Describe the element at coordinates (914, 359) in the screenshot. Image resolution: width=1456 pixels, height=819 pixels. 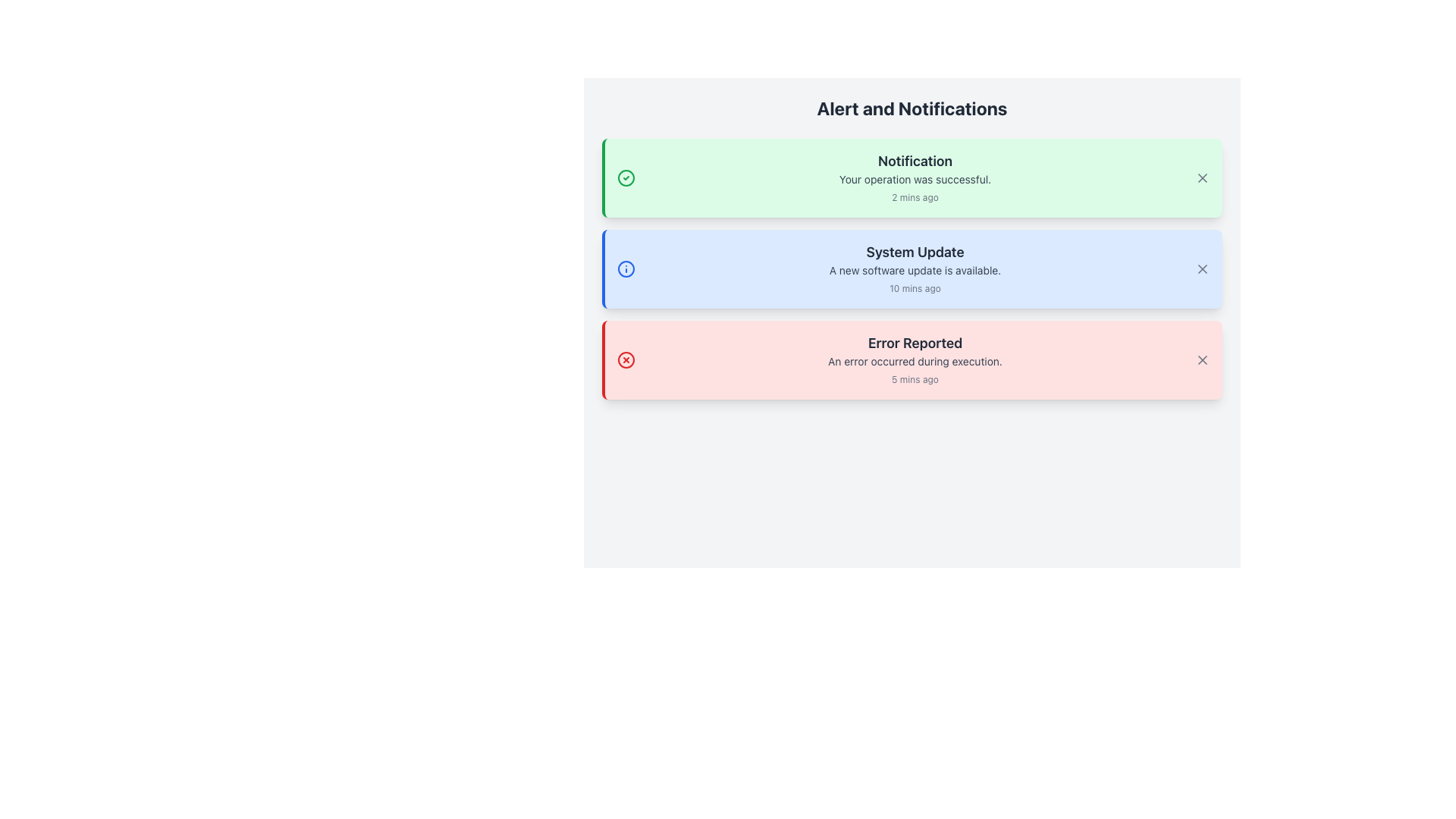
I see `the Notification card displaying an error message, which is the third card in the vertical stack of notifications labeled 'Alert and Notifications'` at that location.